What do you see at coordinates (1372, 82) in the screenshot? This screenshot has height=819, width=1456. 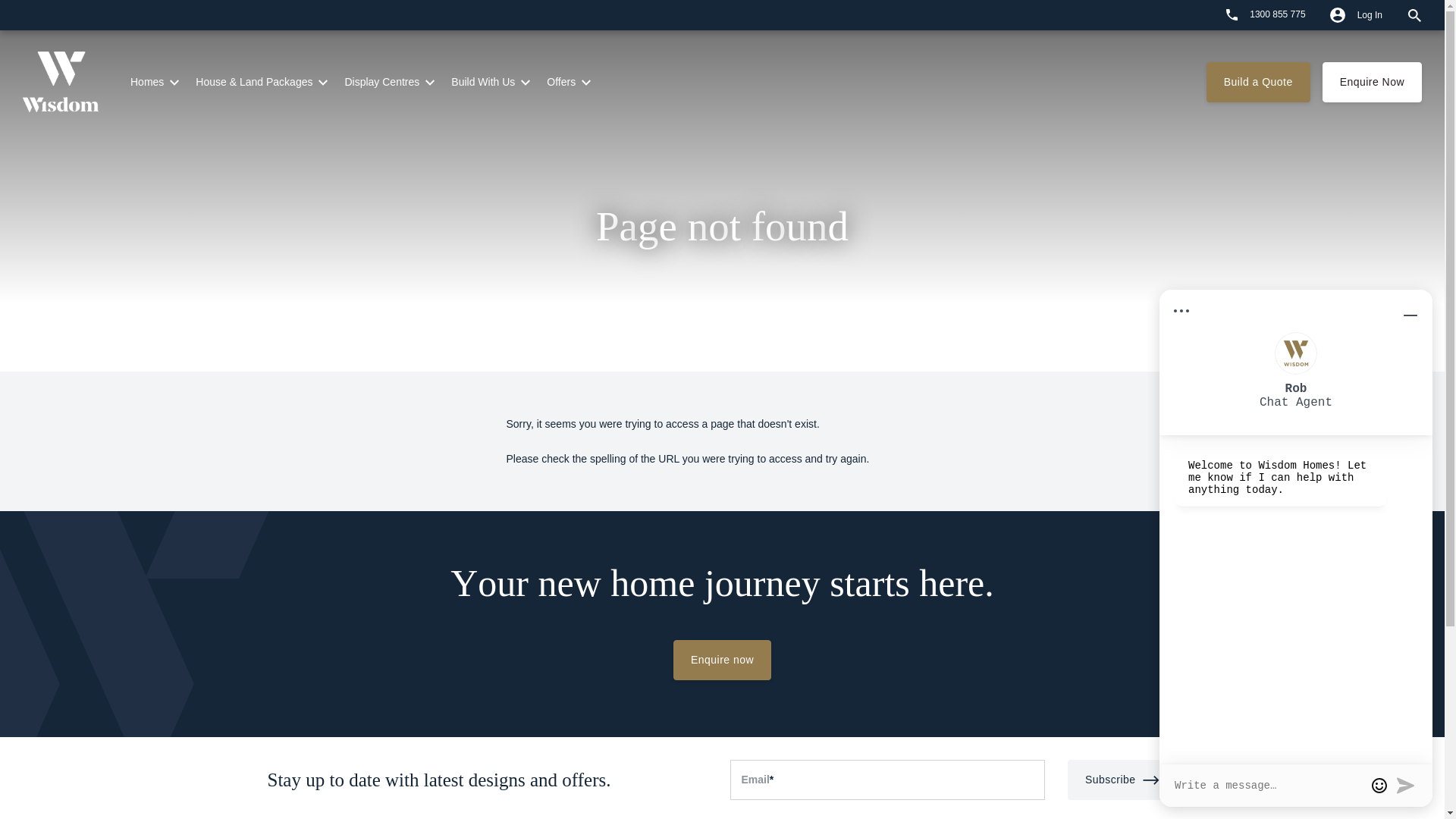 I see `'Enquire Now'` at bounding box center [1372, 82].